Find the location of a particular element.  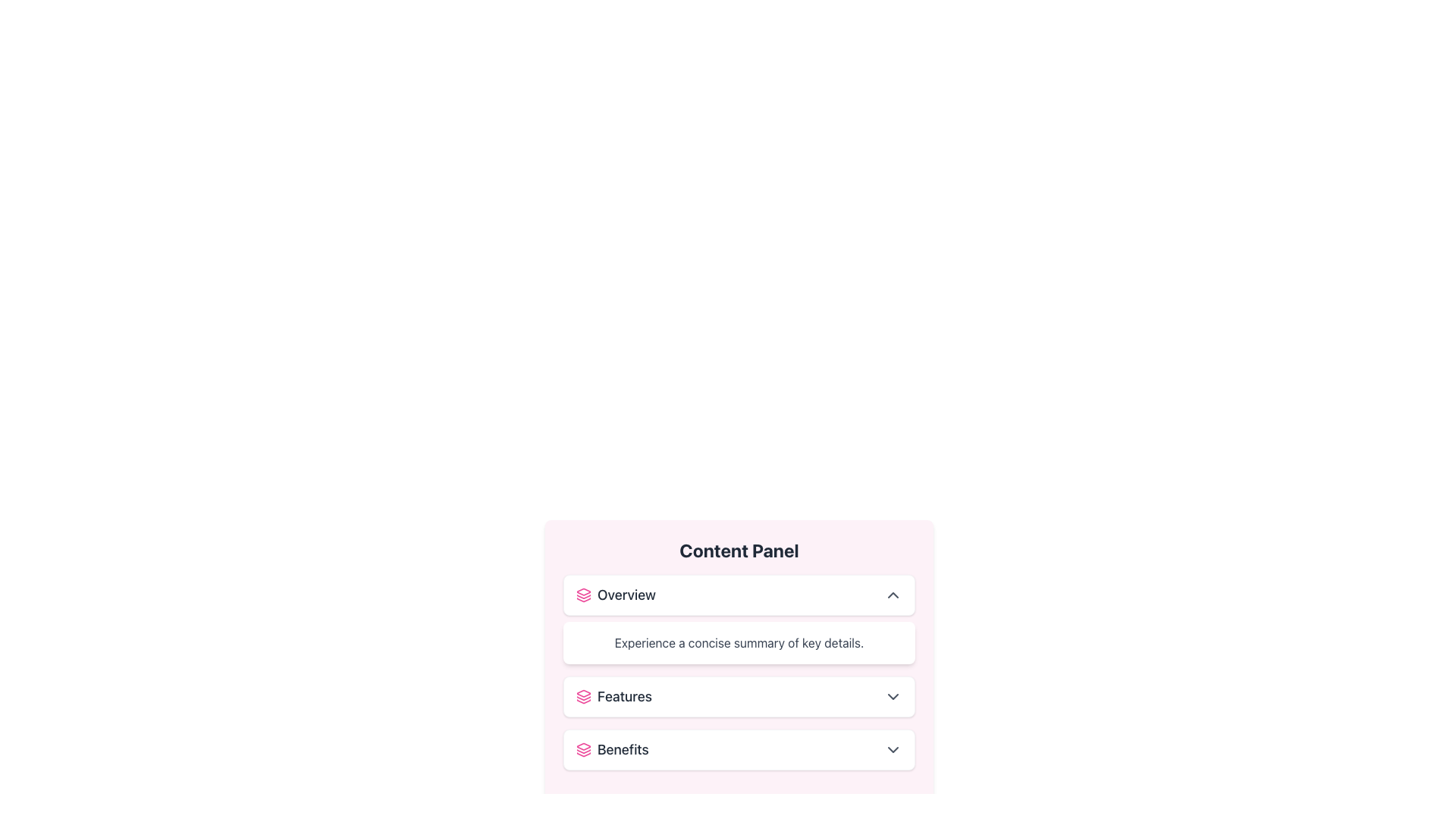

third layer icon adjacent to the 'Benefits' label in the content panel is located at coordinates (582, 755).